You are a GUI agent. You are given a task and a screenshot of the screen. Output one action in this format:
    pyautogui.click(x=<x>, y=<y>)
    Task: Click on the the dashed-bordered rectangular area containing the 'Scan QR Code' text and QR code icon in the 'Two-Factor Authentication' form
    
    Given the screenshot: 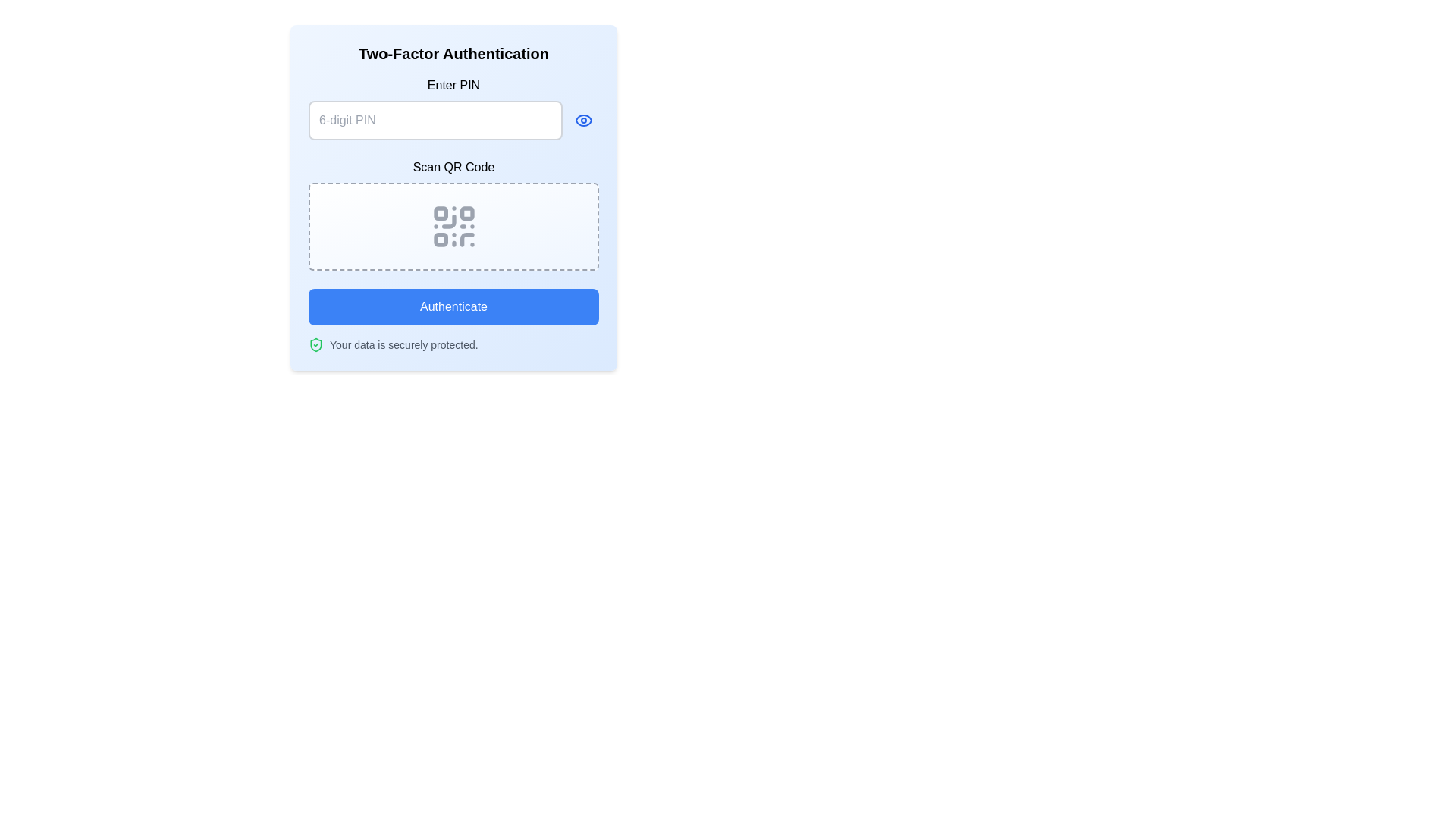 What is the action you would take?
    pyautogui.click(x=453, y=214)
    